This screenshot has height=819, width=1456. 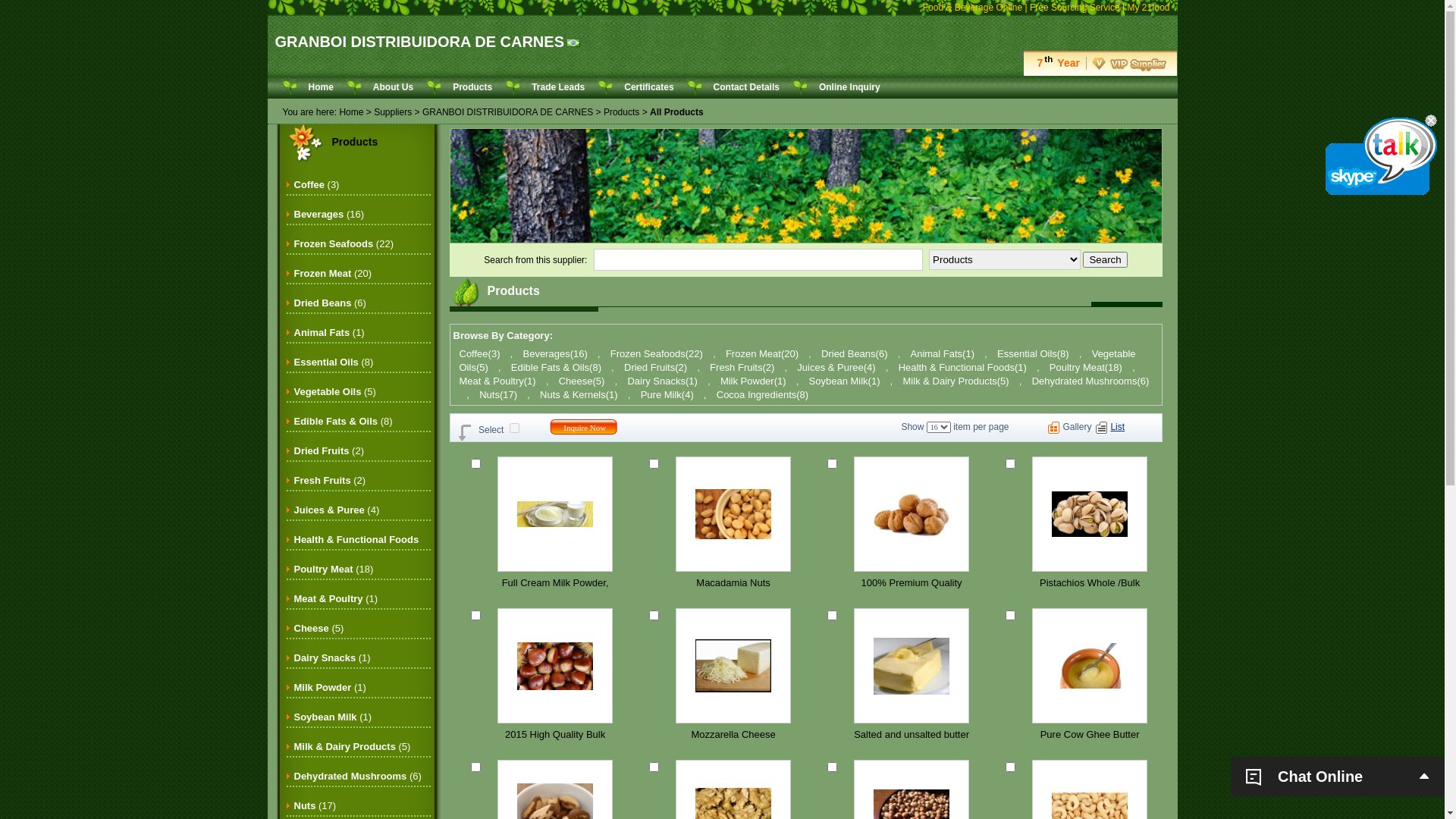 What do you see at coordinates (333, 362) in the screenshot?
I see `'Essential Oils (8)'` at bounding box center [333, 362].